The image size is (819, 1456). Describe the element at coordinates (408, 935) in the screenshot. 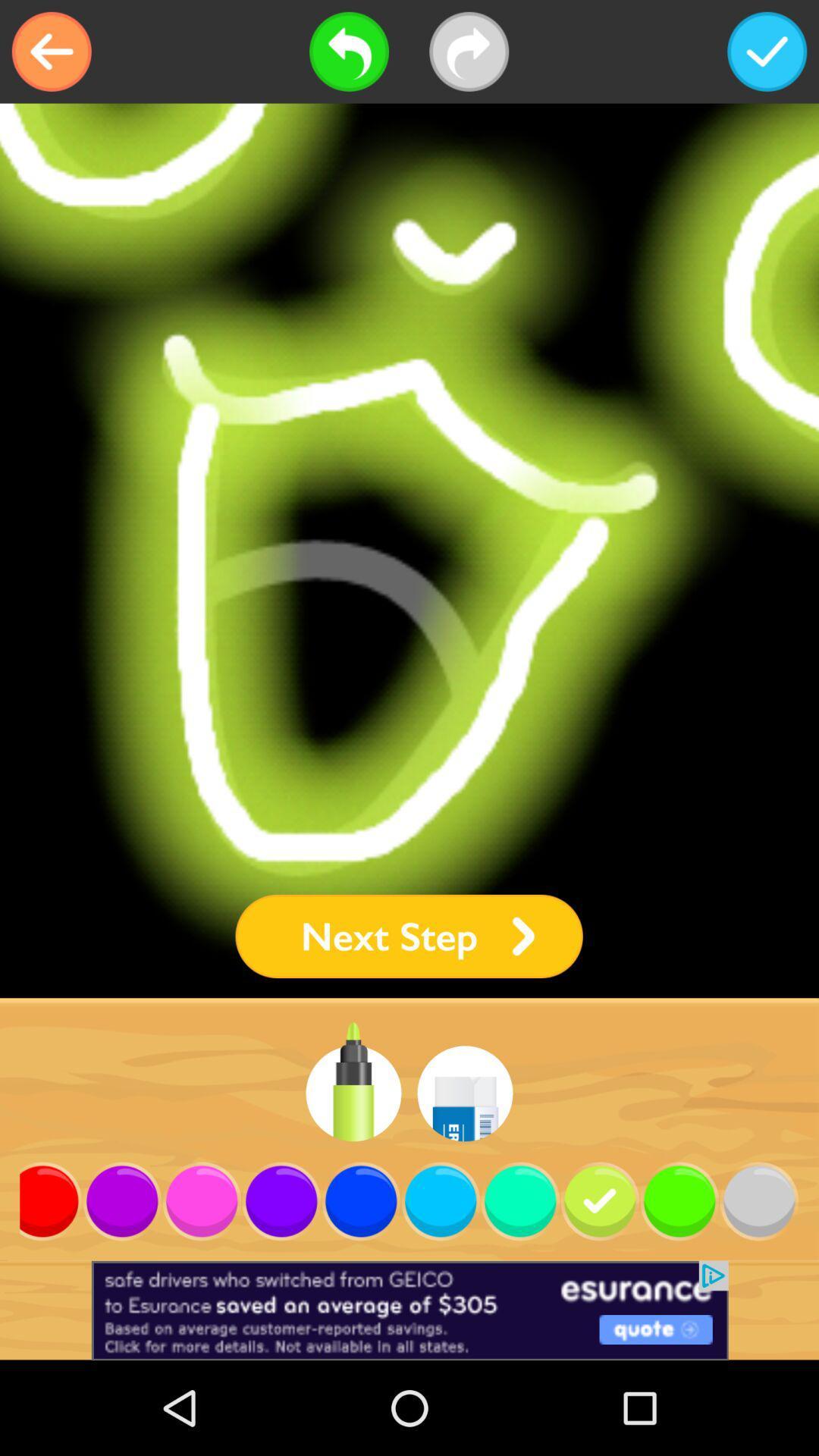

I see `the next step` at that location.